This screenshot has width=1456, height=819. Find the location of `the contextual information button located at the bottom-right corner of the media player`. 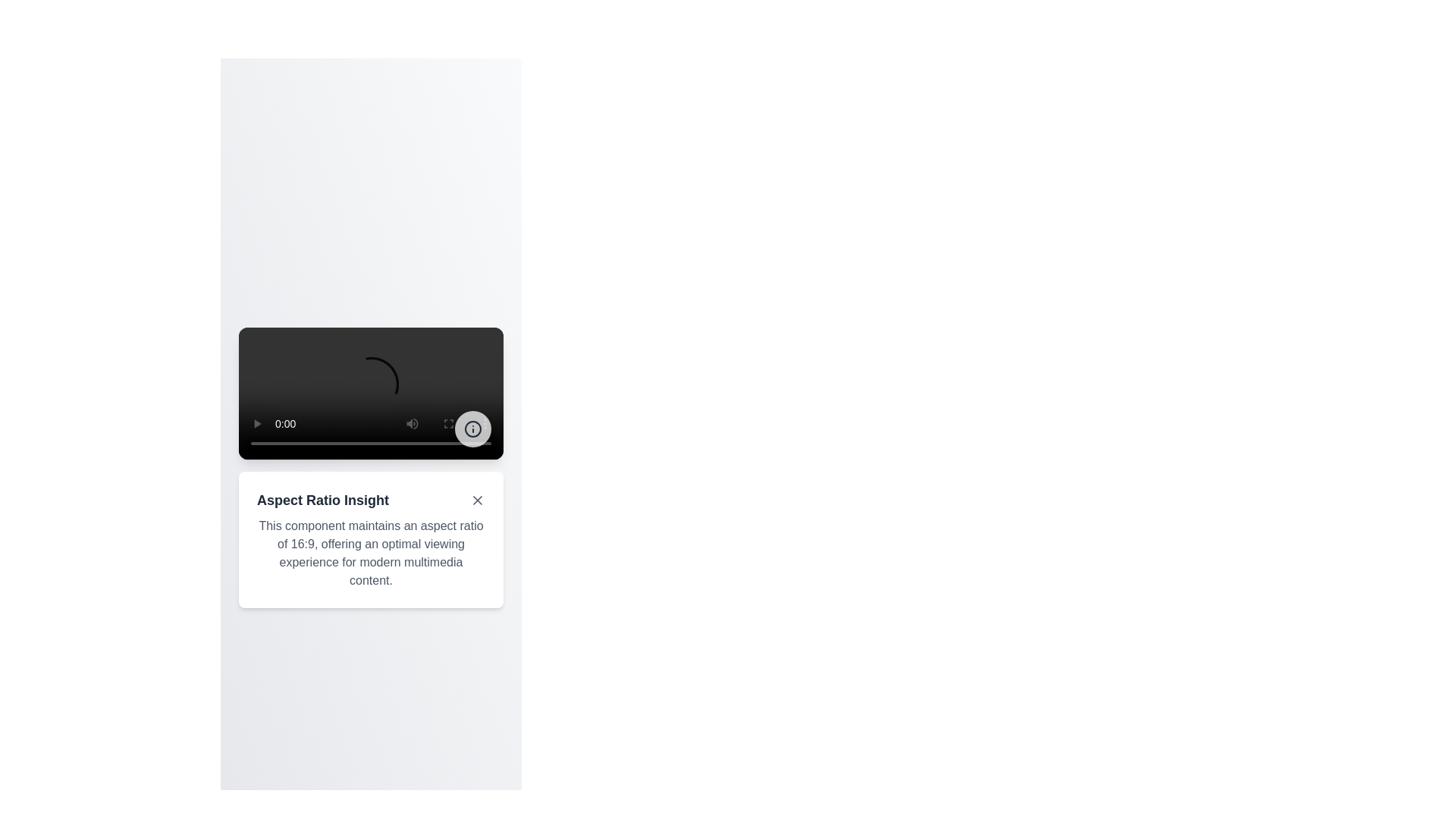

the contextual information button located at the bottom-right corner of the media player is located at coordinates (472, 429).